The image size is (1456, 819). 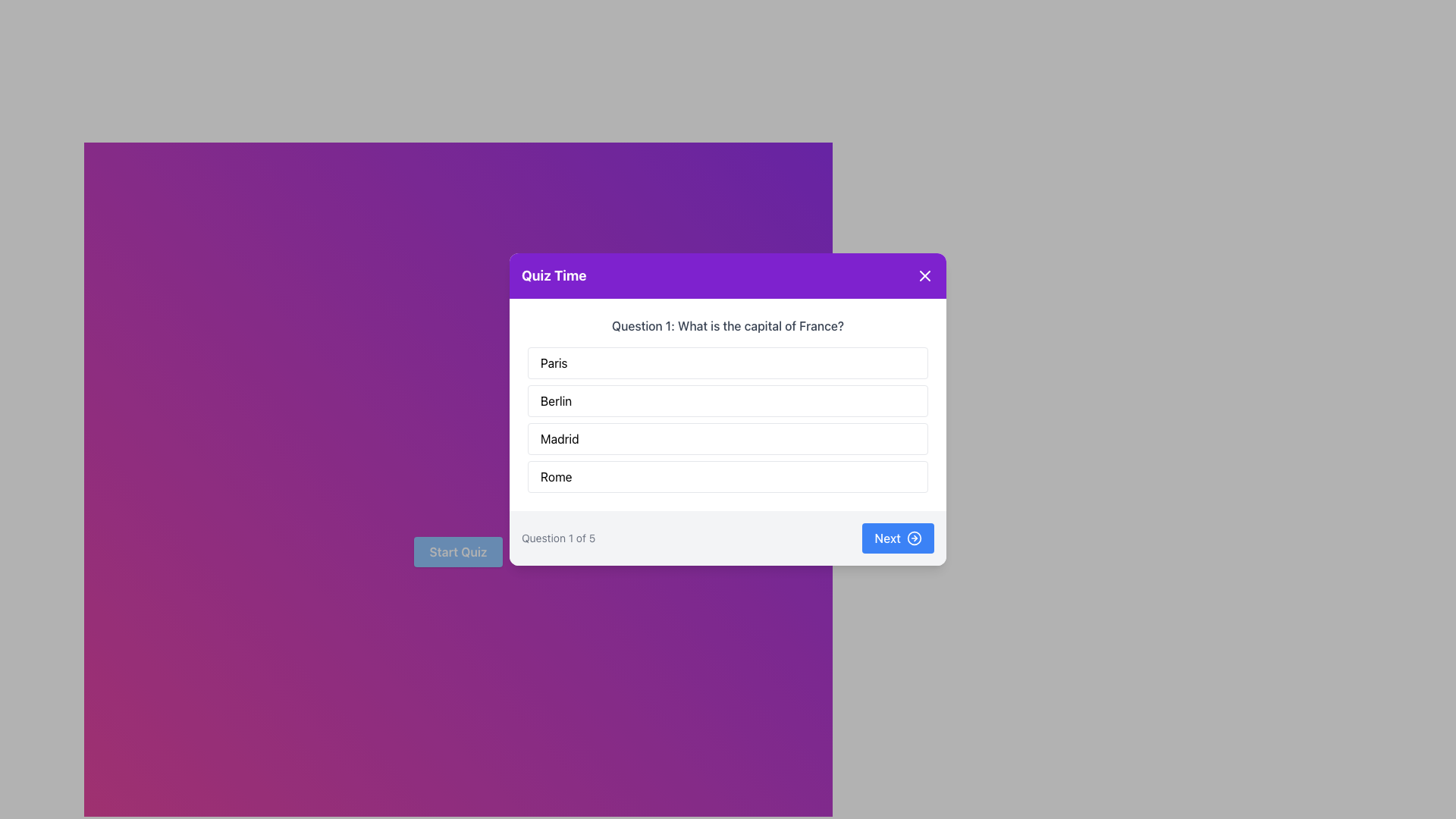 What do you see at coordinates (728, 400) in the screenshot?
I see `the button labeled 'Berlin' in the quiz dialog box titled 'Quiz Time'` at bounding box center [728, 400].